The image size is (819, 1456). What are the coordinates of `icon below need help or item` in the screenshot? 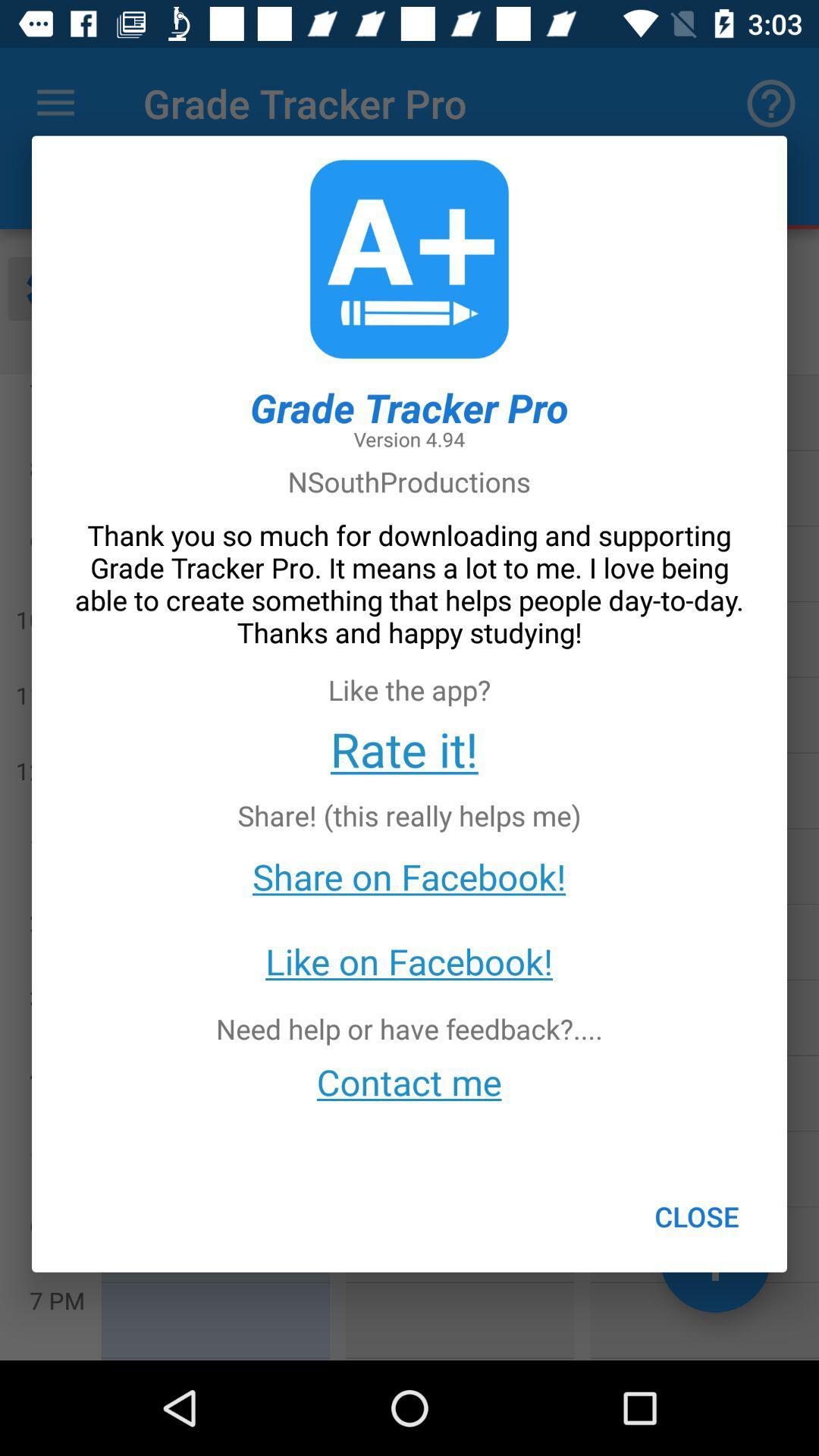 It's located at (408, 1081).